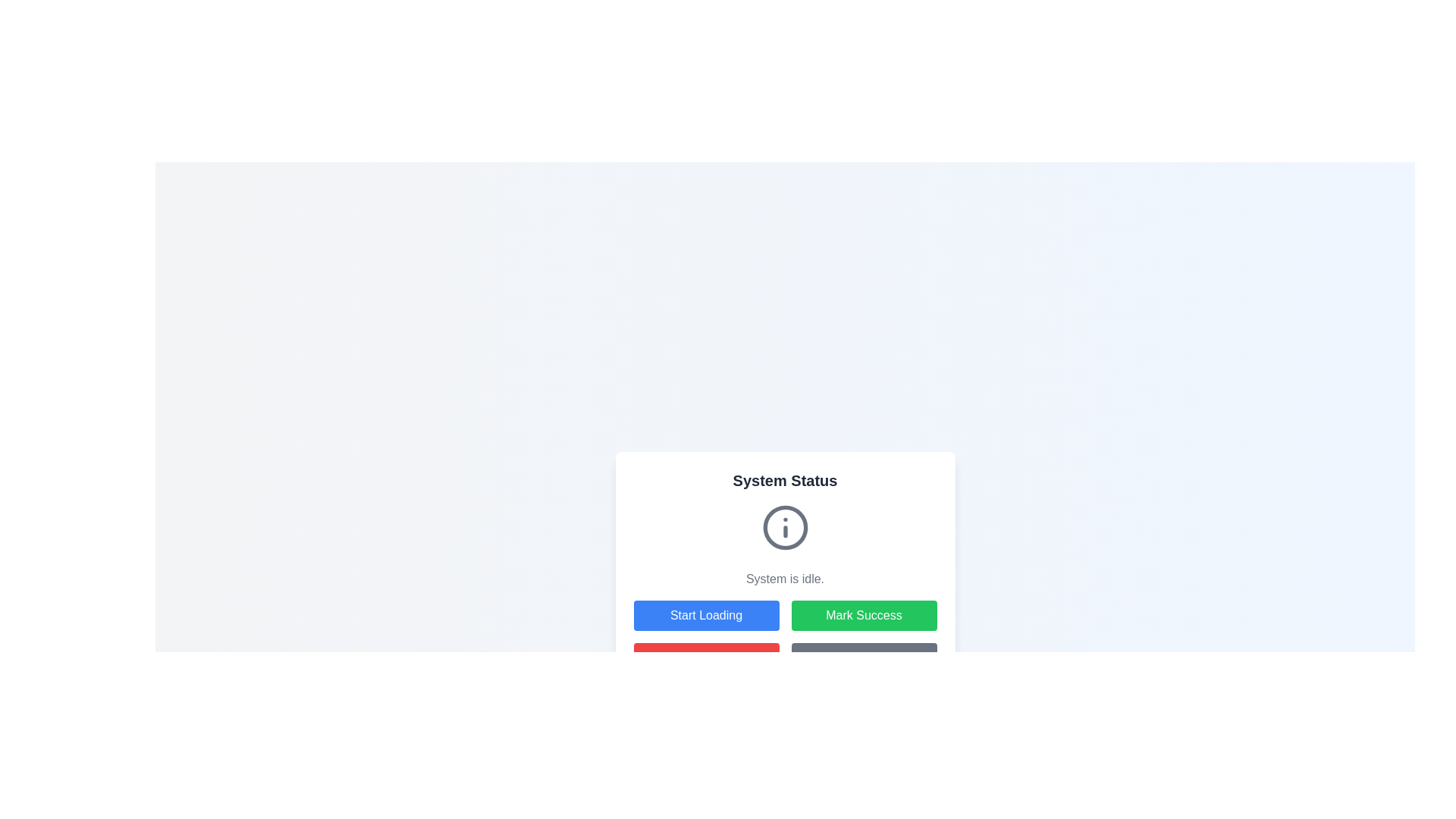  Describe the element at coordinates (785, 526) in the screenshot. I see `the circular information icon with a gray 'i' inside, located in the center of the 'System Status' card, to identify the information it represents` at that location.